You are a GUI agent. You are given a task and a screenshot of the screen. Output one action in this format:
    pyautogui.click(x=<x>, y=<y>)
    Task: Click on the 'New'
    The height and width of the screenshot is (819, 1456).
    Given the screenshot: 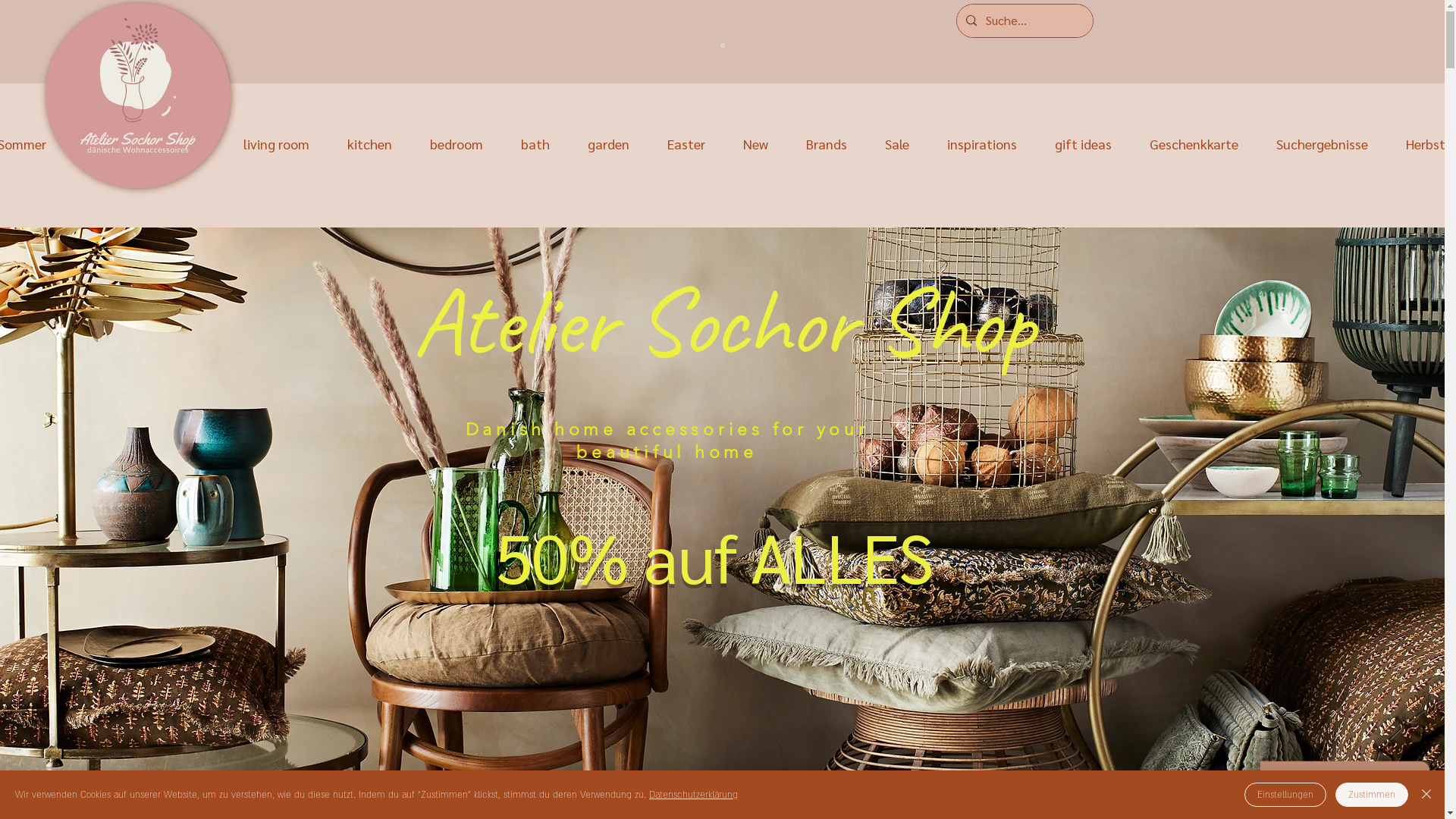 What is the action you would take?
    pyautogui.click(x=723, y=143)
    